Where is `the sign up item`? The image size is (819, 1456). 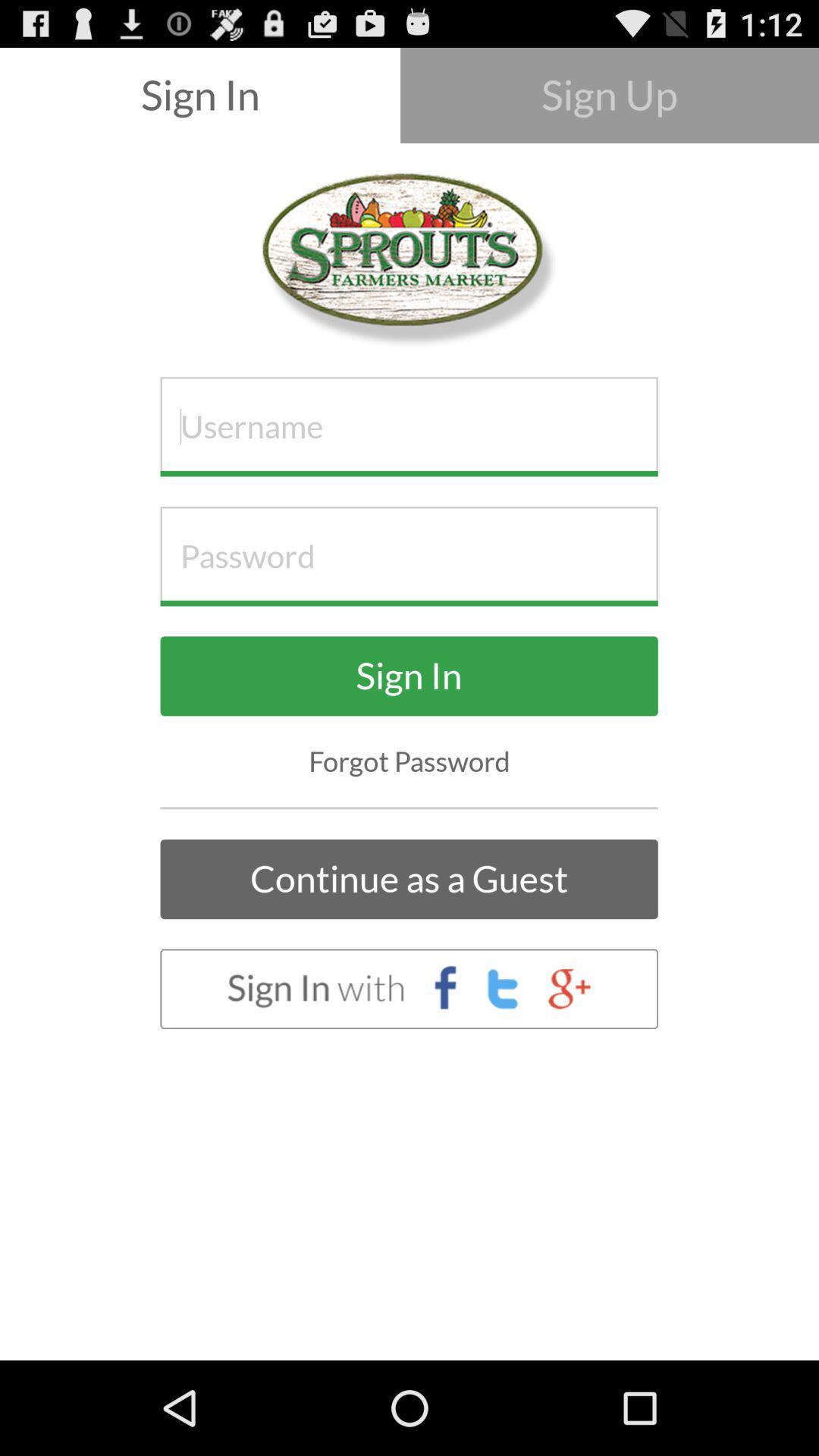 the sign up item is located at coordinates (608, 94).